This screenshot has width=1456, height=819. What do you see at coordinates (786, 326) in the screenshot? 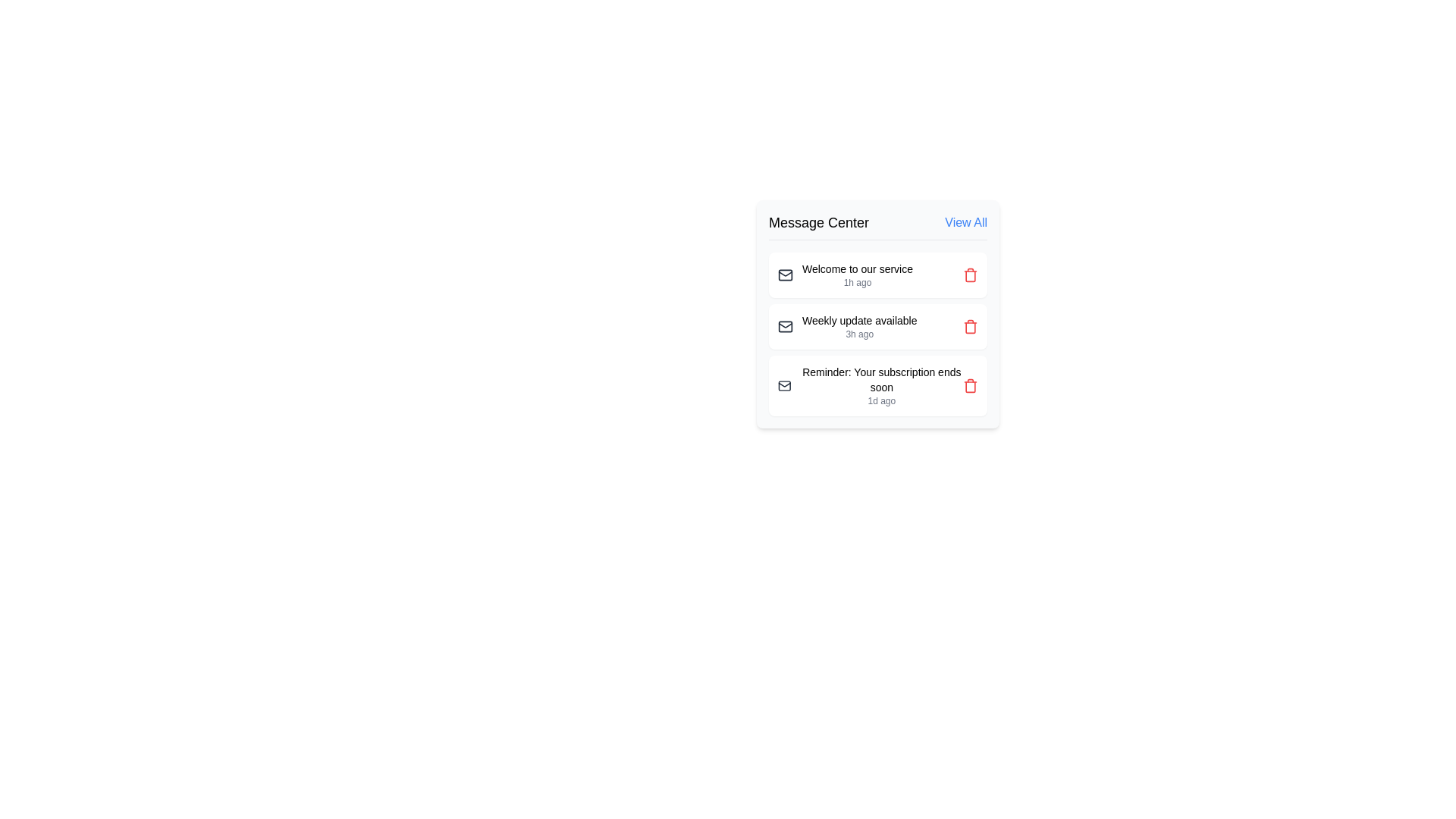
I see `the Decorative Graphic, which is a rectangular outline with rounded corners representing an envelope, located to the left of the 'Welcome to our service' text entry in the Message Center panel` at bounding box center [786, 326].